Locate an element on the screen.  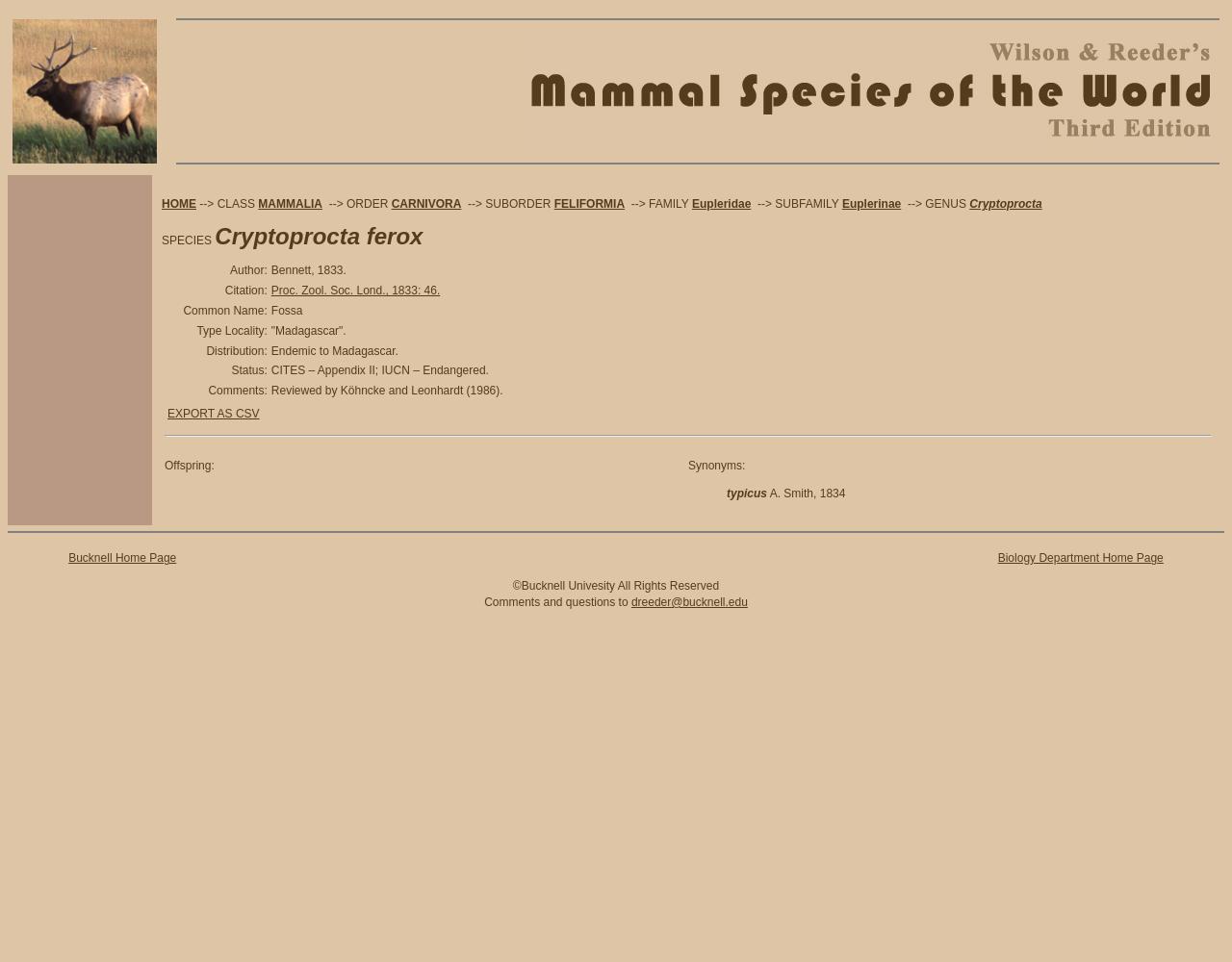
'Bucknell Home Page' is located at coordinates (120, 557).